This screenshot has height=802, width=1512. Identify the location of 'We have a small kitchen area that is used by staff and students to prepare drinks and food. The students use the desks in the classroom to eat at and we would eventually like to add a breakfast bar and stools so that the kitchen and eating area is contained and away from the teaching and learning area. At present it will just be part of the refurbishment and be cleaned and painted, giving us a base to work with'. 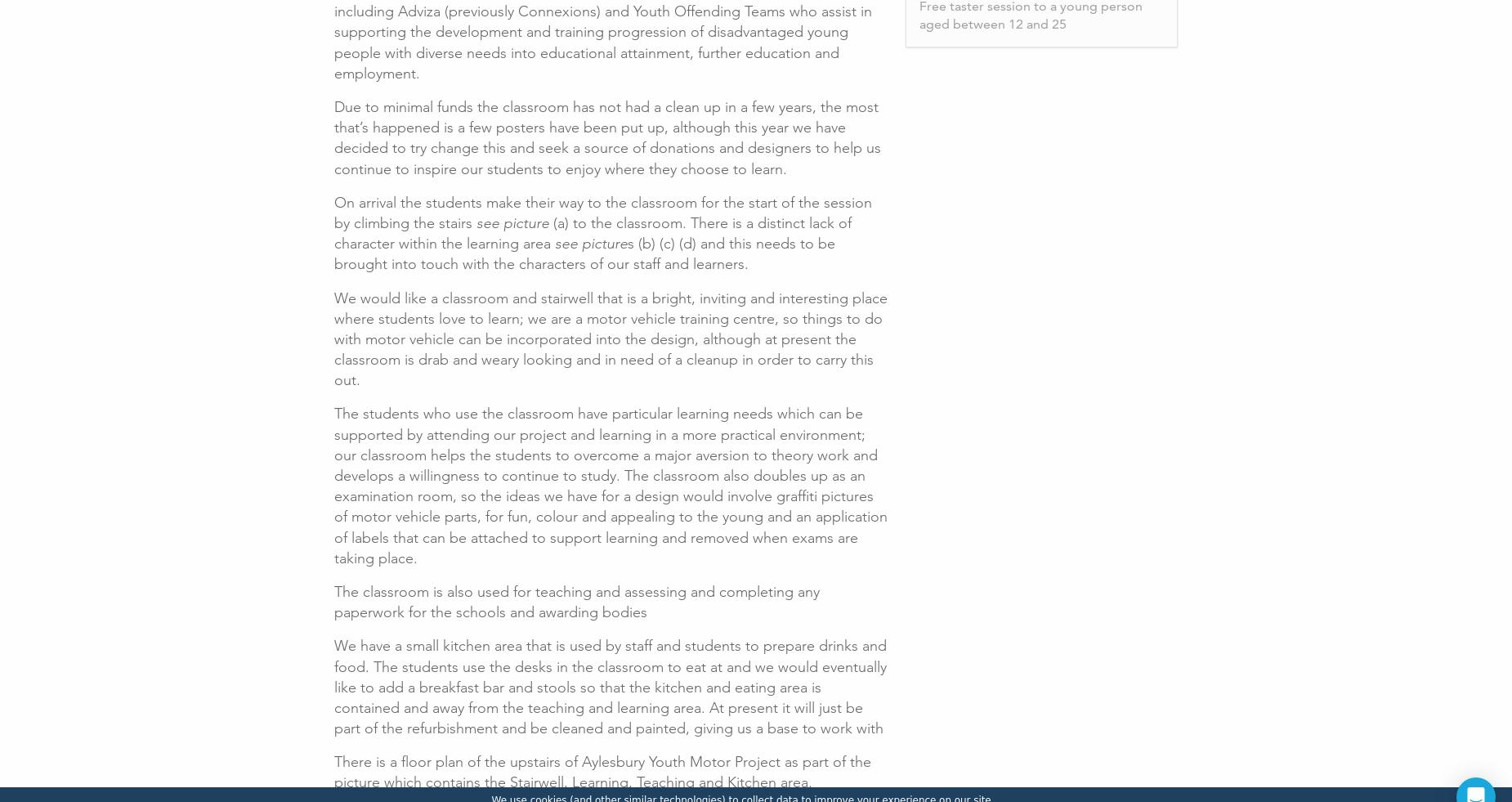
(611, 687).